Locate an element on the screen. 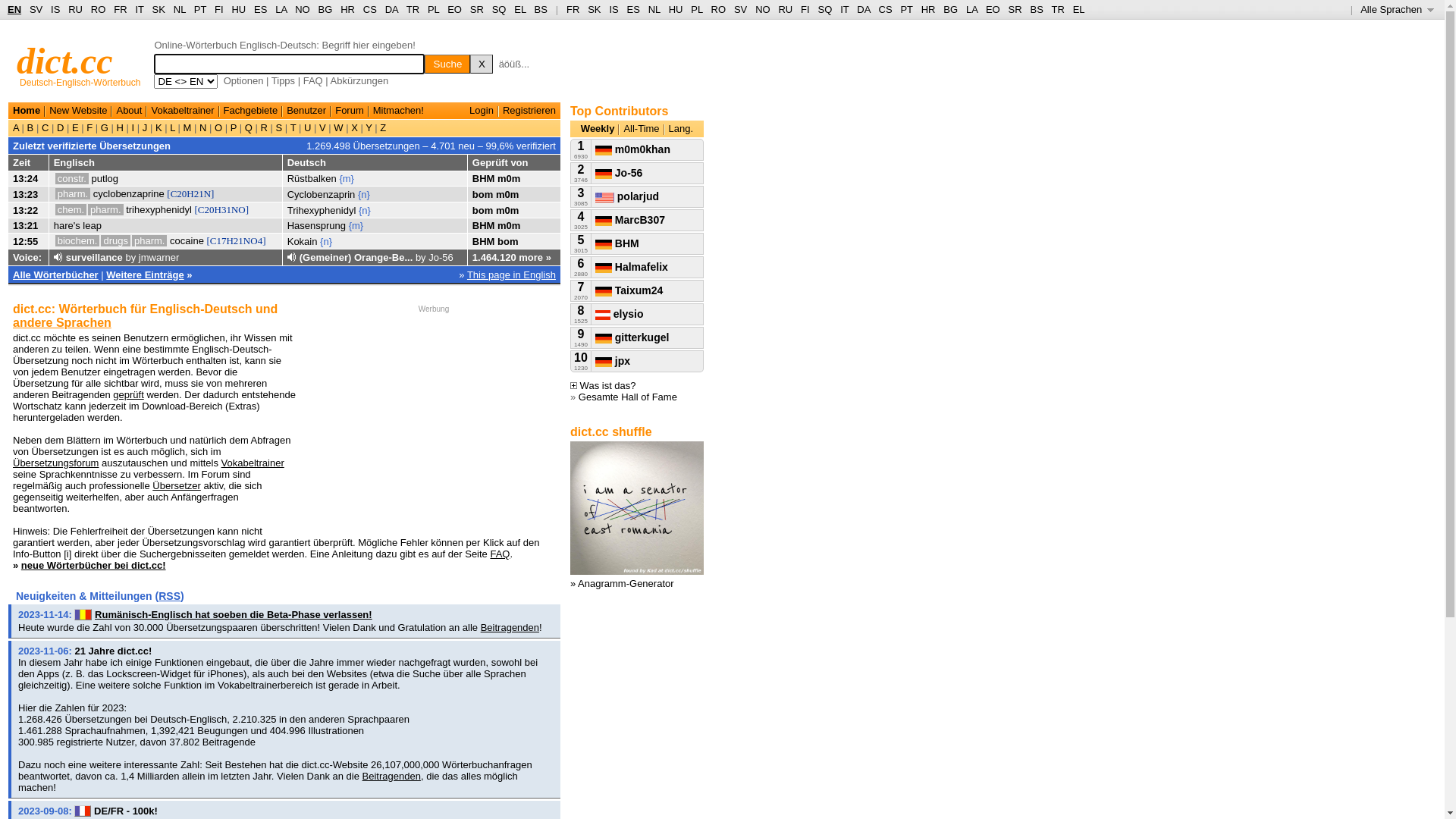 The width and height of the screenshot is (1456, 819). 'All-Time' is located at coordinates (641, 127).